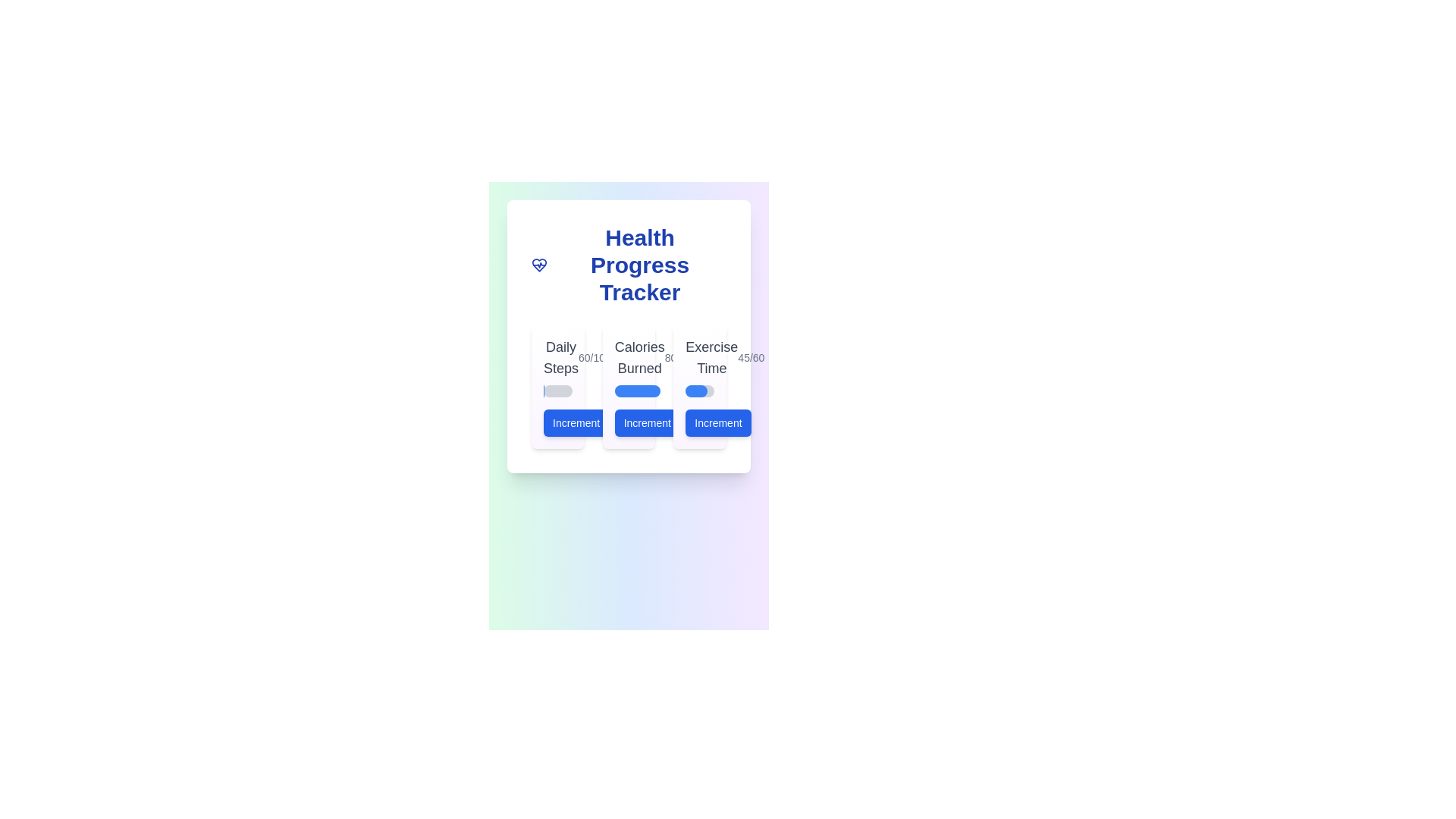 Image resolution: width=1456 pixels, height=819 pixels. What do you see at coordinates (717, 423) in the screenshot?
I see `the 'Increment' button, which is a rectangular button with rounded corners and a blue background, located under the 'Exercise Time' section` at bounding box center [717, 423].